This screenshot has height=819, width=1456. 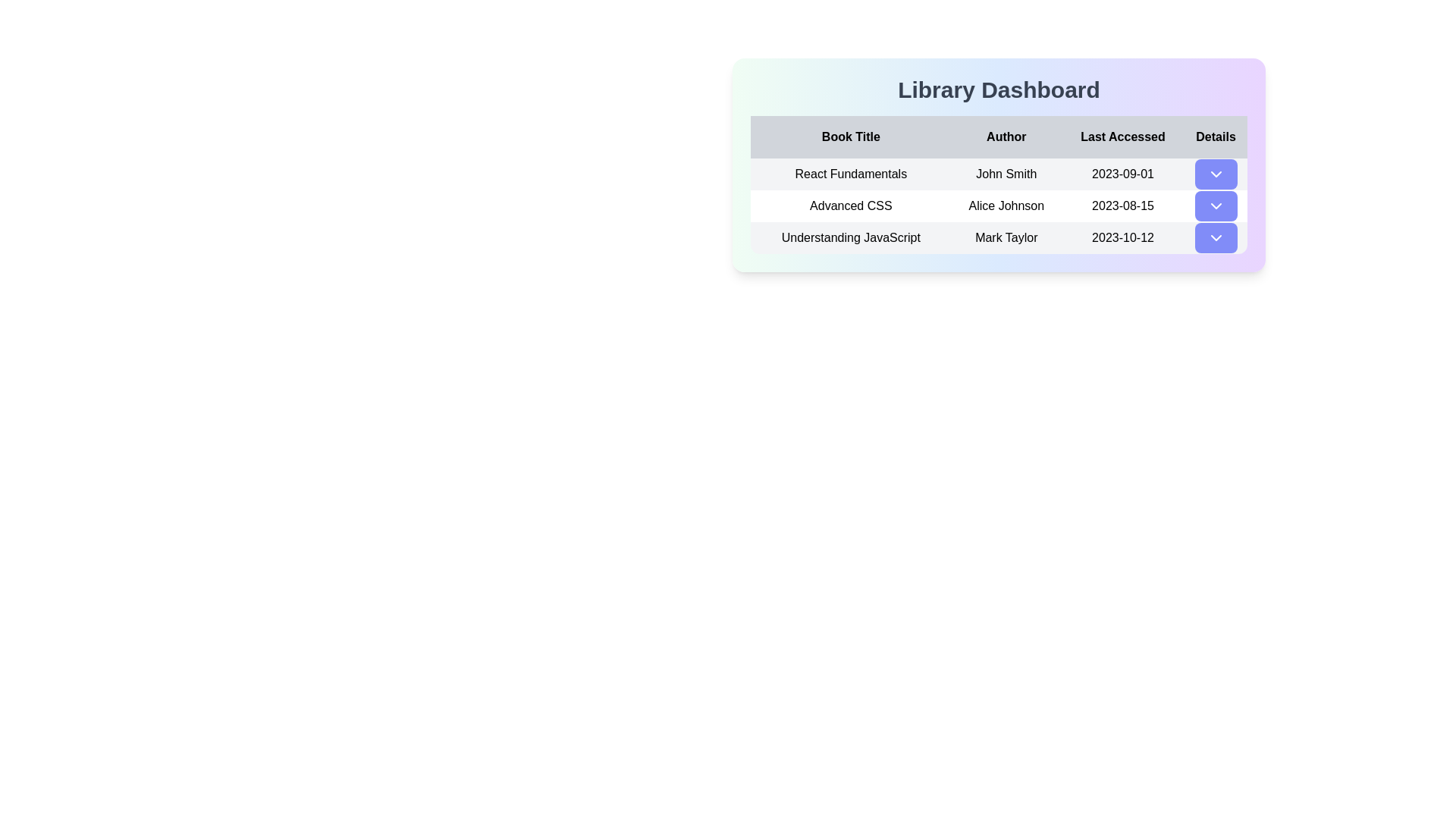 What do you see at coordinates (1123, 206) in the screenshot?
I see `the text display showing the date '2023-08-15' in the 'Last Accessed' column of the table for the book 'Advanced CSS' by Alice Johnson` at bounding box center [1123, 206].